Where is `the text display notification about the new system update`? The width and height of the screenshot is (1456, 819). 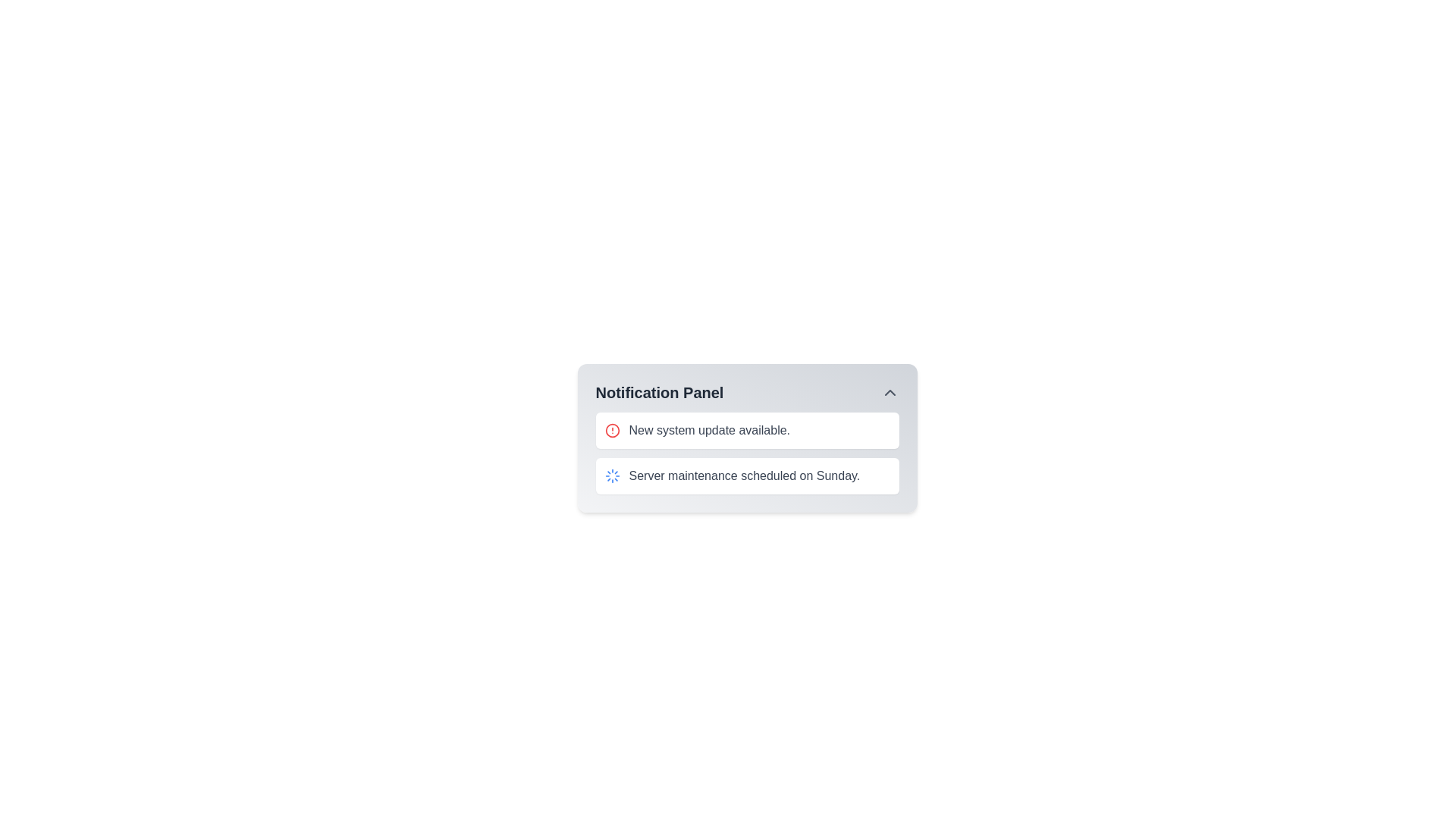 the text display notification about the new system update is located at coordinates (708, 430).